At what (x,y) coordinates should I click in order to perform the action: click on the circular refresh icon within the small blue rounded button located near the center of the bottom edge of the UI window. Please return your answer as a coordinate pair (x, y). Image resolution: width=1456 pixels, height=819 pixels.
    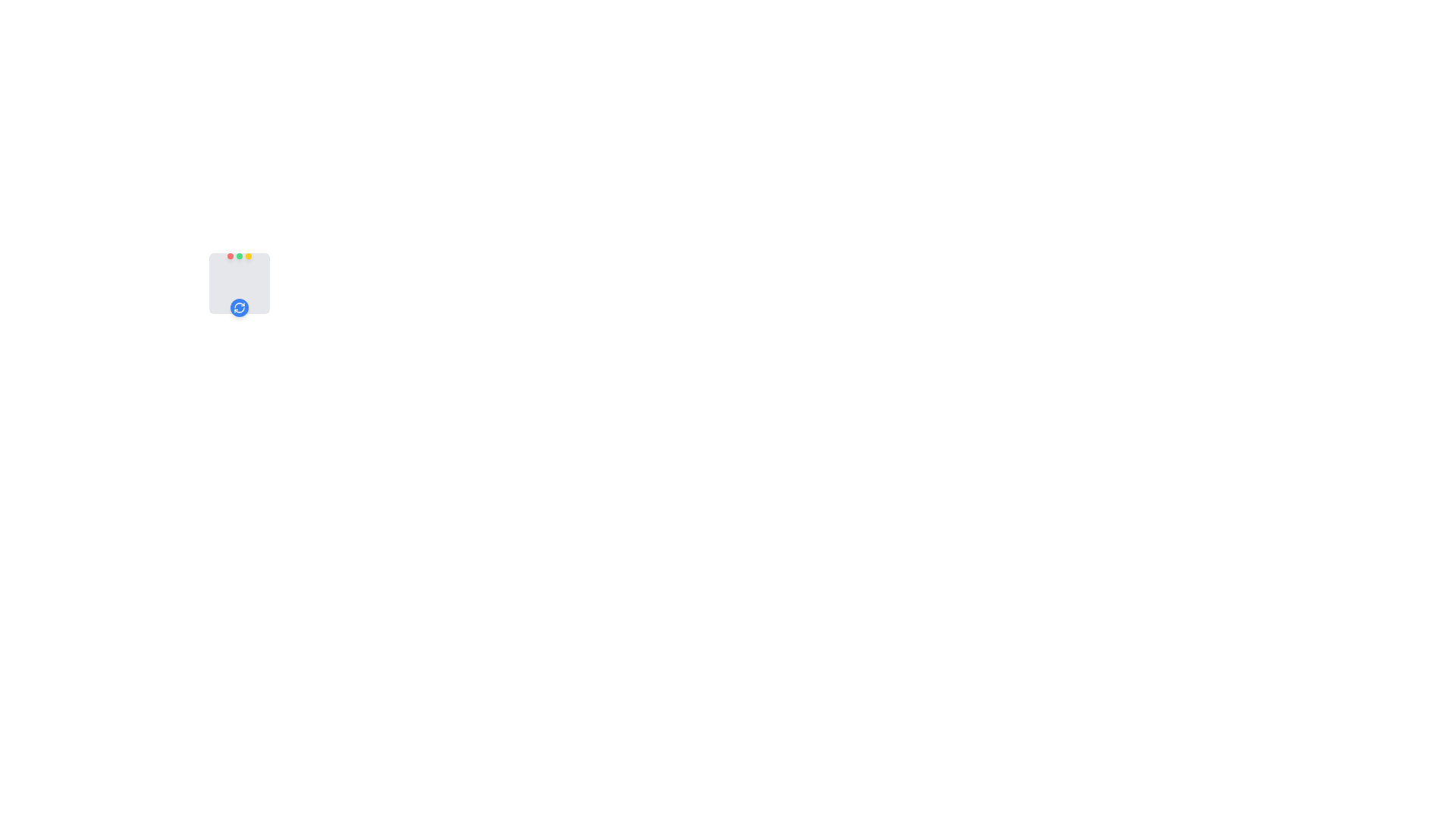
    Looking at the image, I should click on (239, 307).